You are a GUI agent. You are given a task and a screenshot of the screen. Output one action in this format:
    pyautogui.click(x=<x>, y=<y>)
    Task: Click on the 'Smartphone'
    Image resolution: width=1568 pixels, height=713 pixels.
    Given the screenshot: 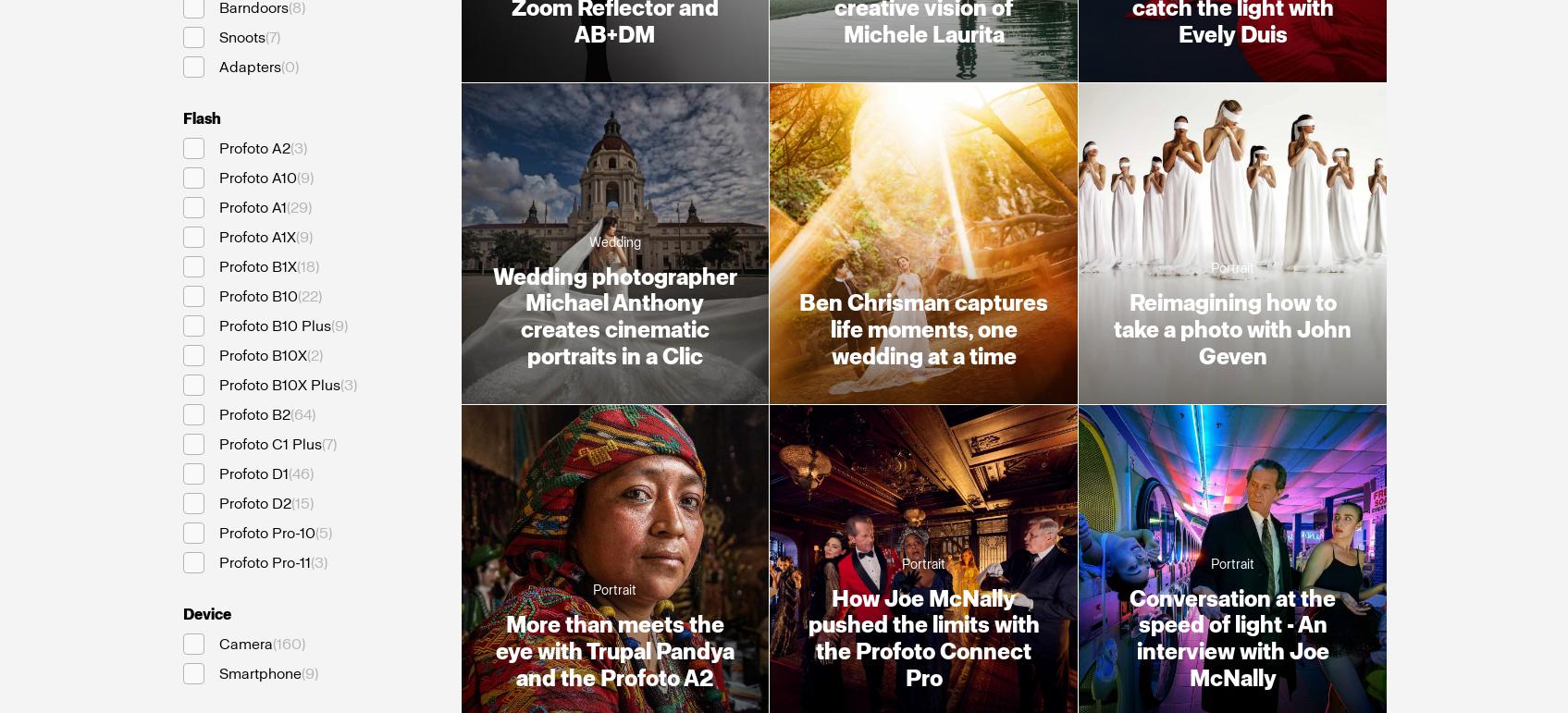 What is the action you would take?
    pyautogui.click(x=259, y=672)
    